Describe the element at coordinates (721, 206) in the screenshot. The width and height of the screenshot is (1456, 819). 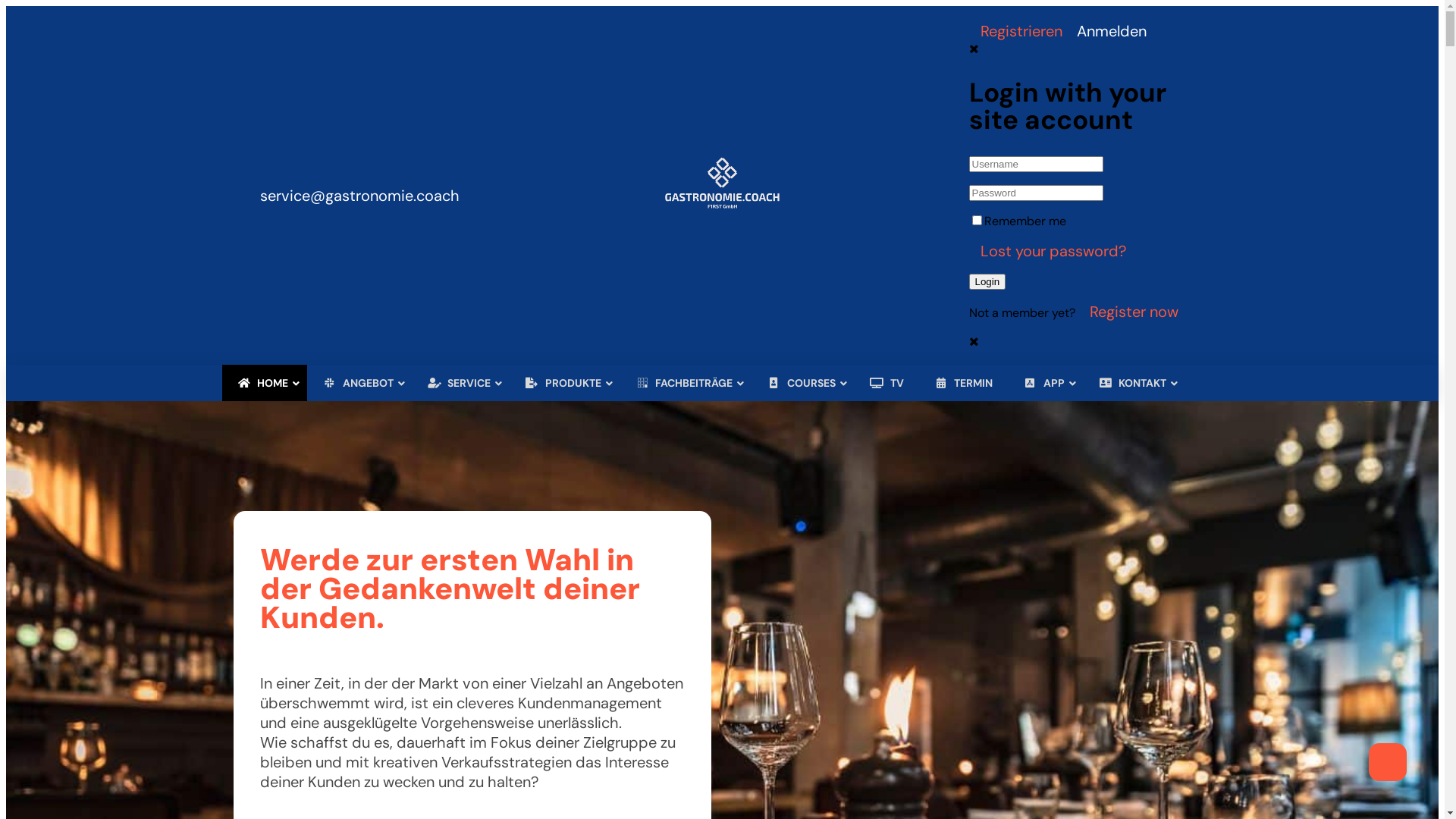
I see `'Gastronomie.coachII-logo weiss'` at that location.